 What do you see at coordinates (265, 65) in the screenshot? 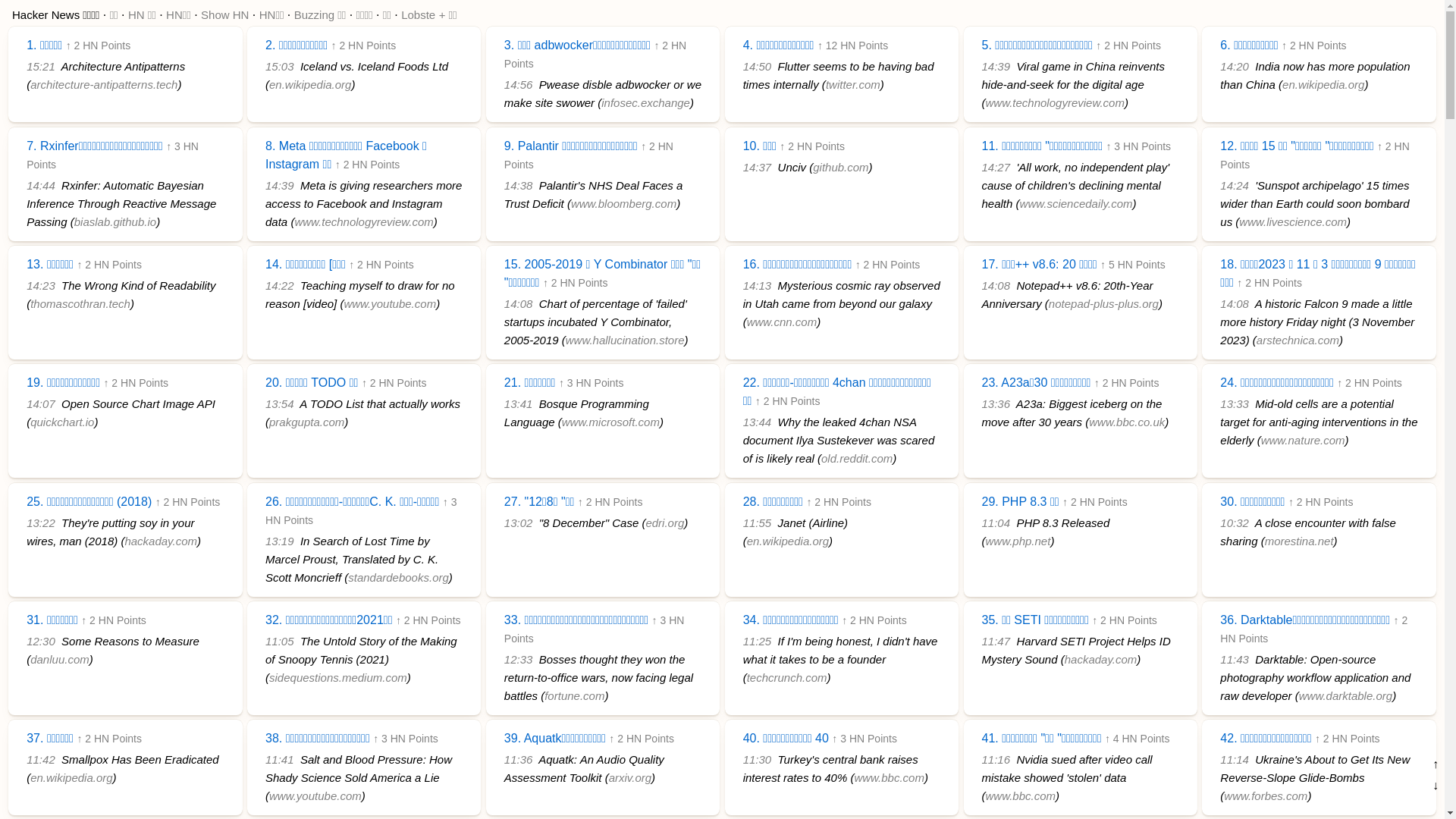
I see `'15:03'` at bounding box center [265, 65].